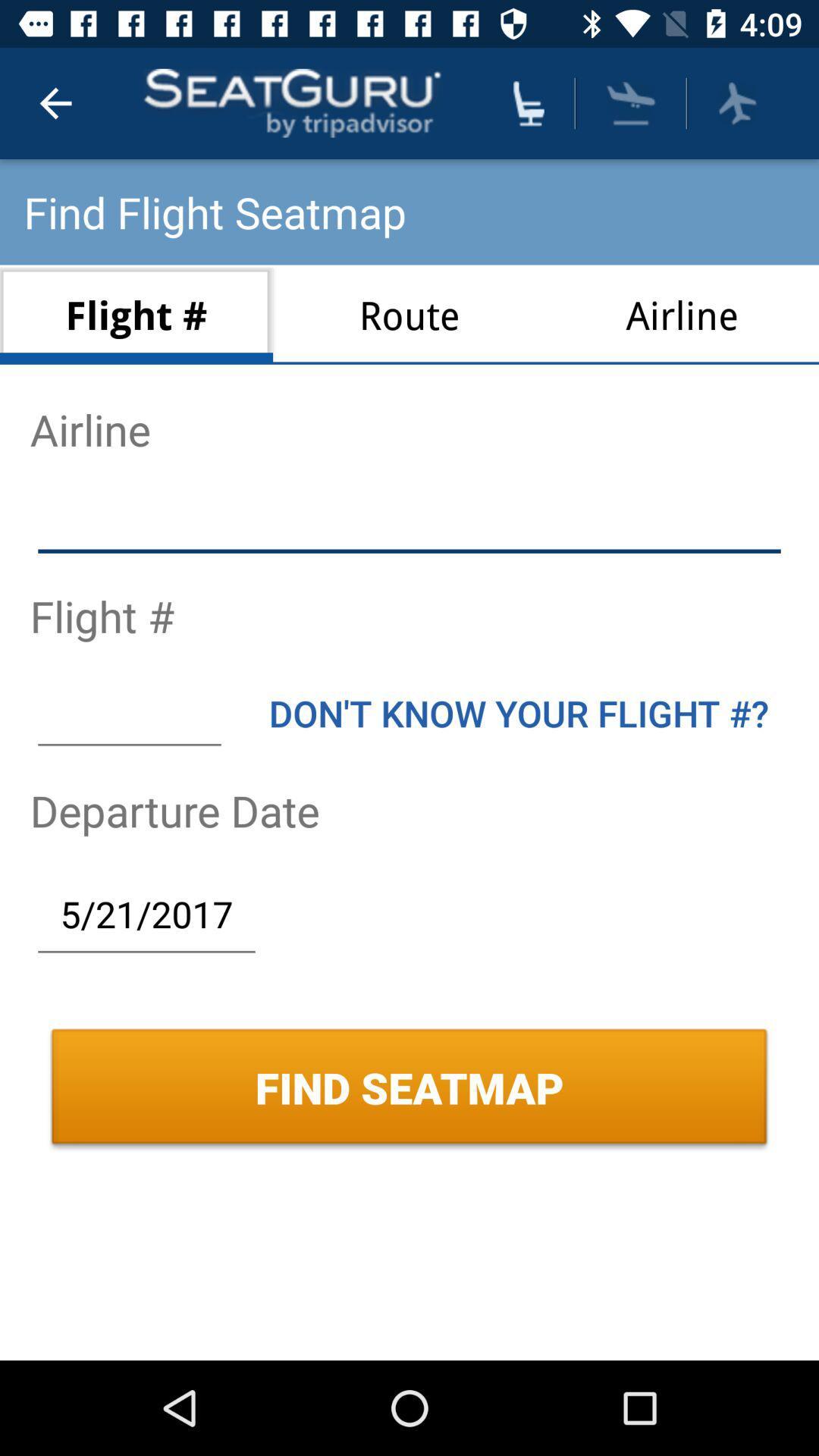 This screenshot has height=1456, width=819. What do you see at coordinates (128, 712) in the screenshot?
I see `item above the departure date icon` at bounding box center [128, 712].